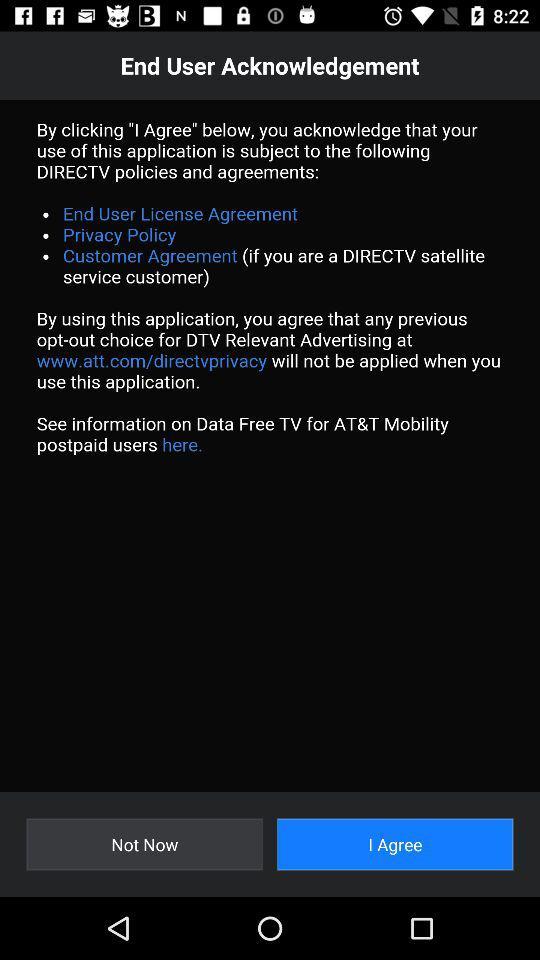  Describe the element at coordinates (270, 445) in the screenshot. I see `user recognition` at that location.